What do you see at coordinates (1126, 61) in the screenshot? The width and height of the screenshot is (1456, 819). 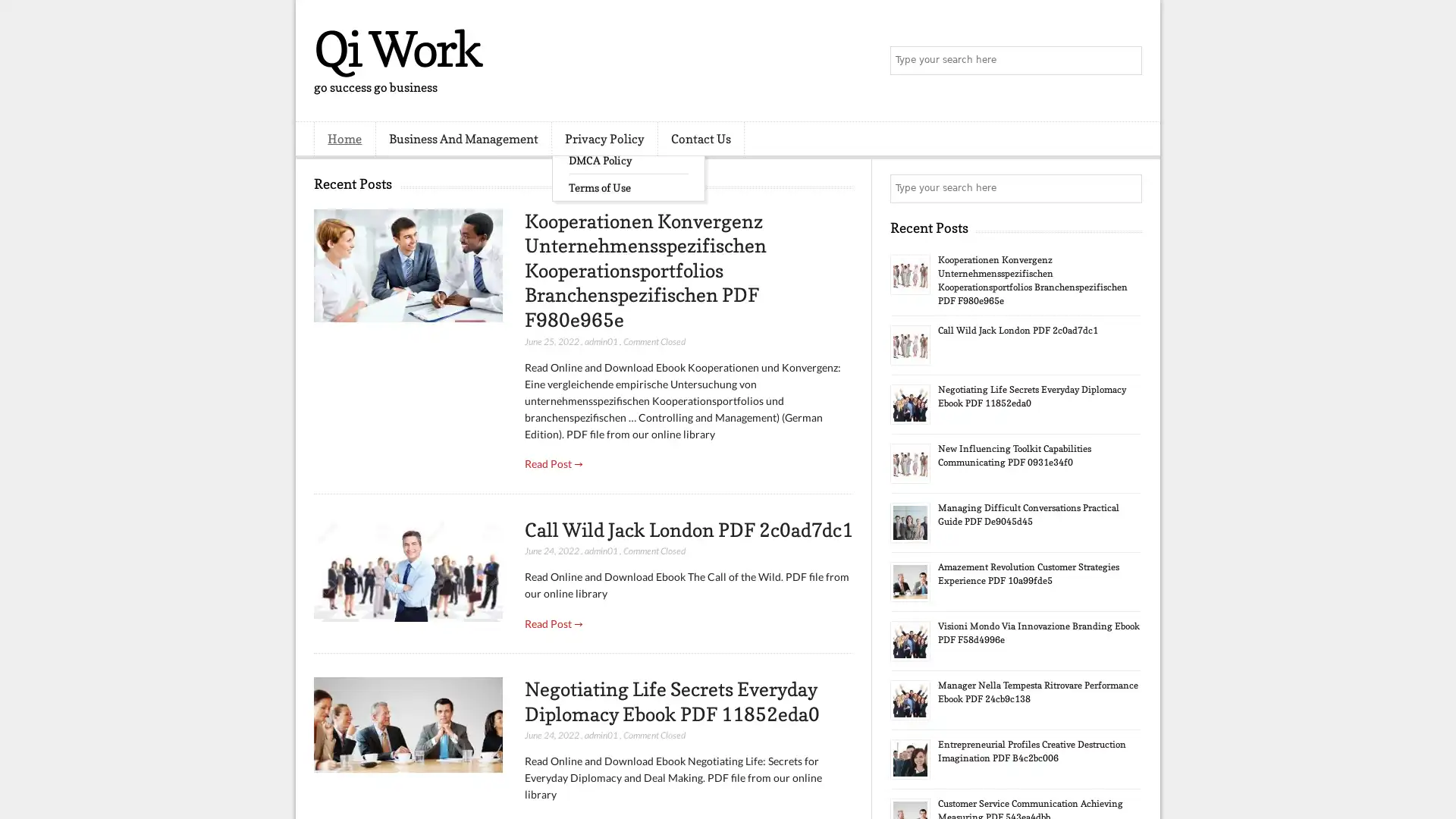 I see `Search` at bounding box center [1126, 61].